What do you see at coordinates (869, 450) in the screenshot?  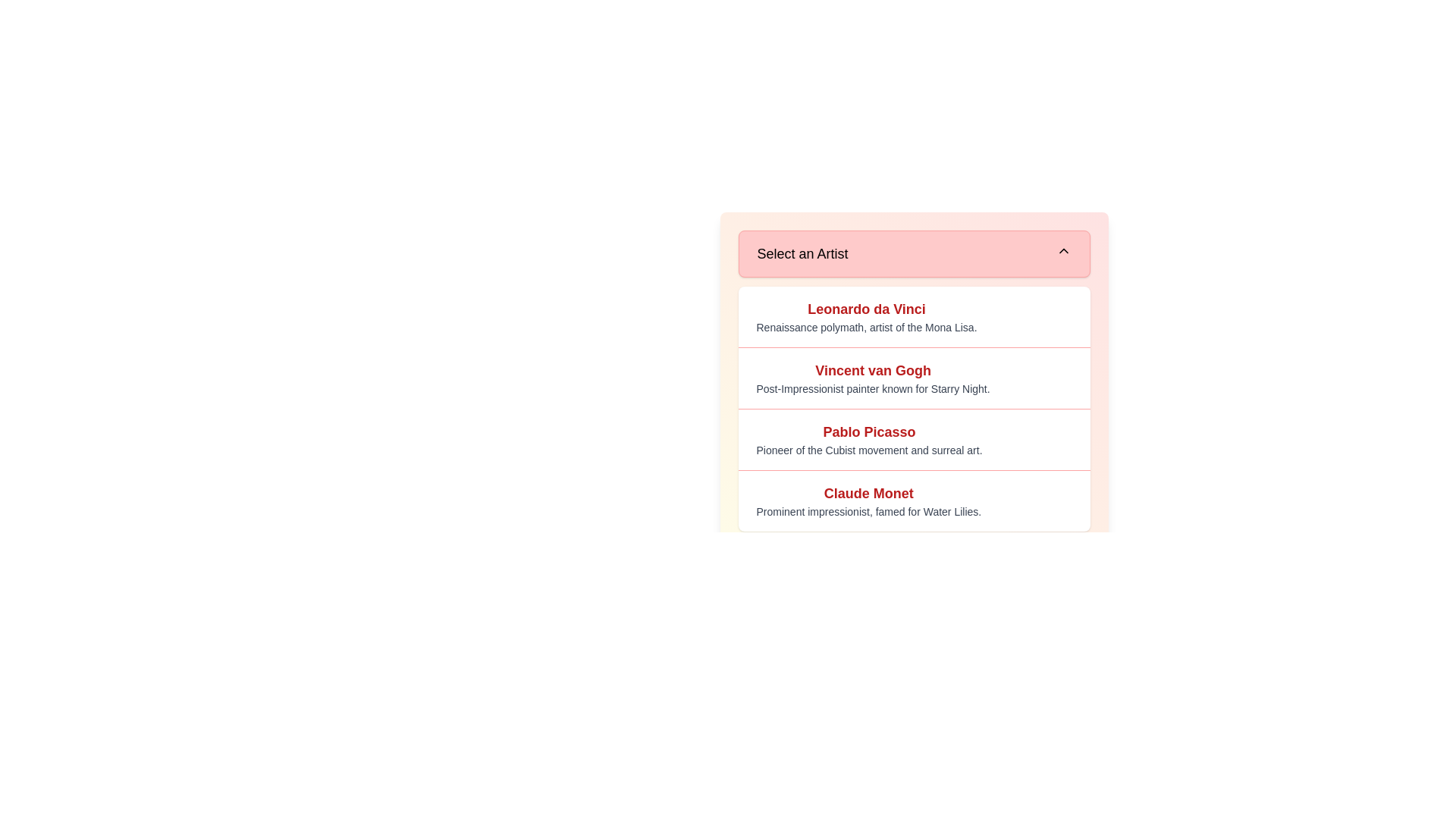 I see `the text fragment styled in a small gray font that reads 'Pioneer of the Cubist movement and surreal art.'` at bounding box center [869, 450].